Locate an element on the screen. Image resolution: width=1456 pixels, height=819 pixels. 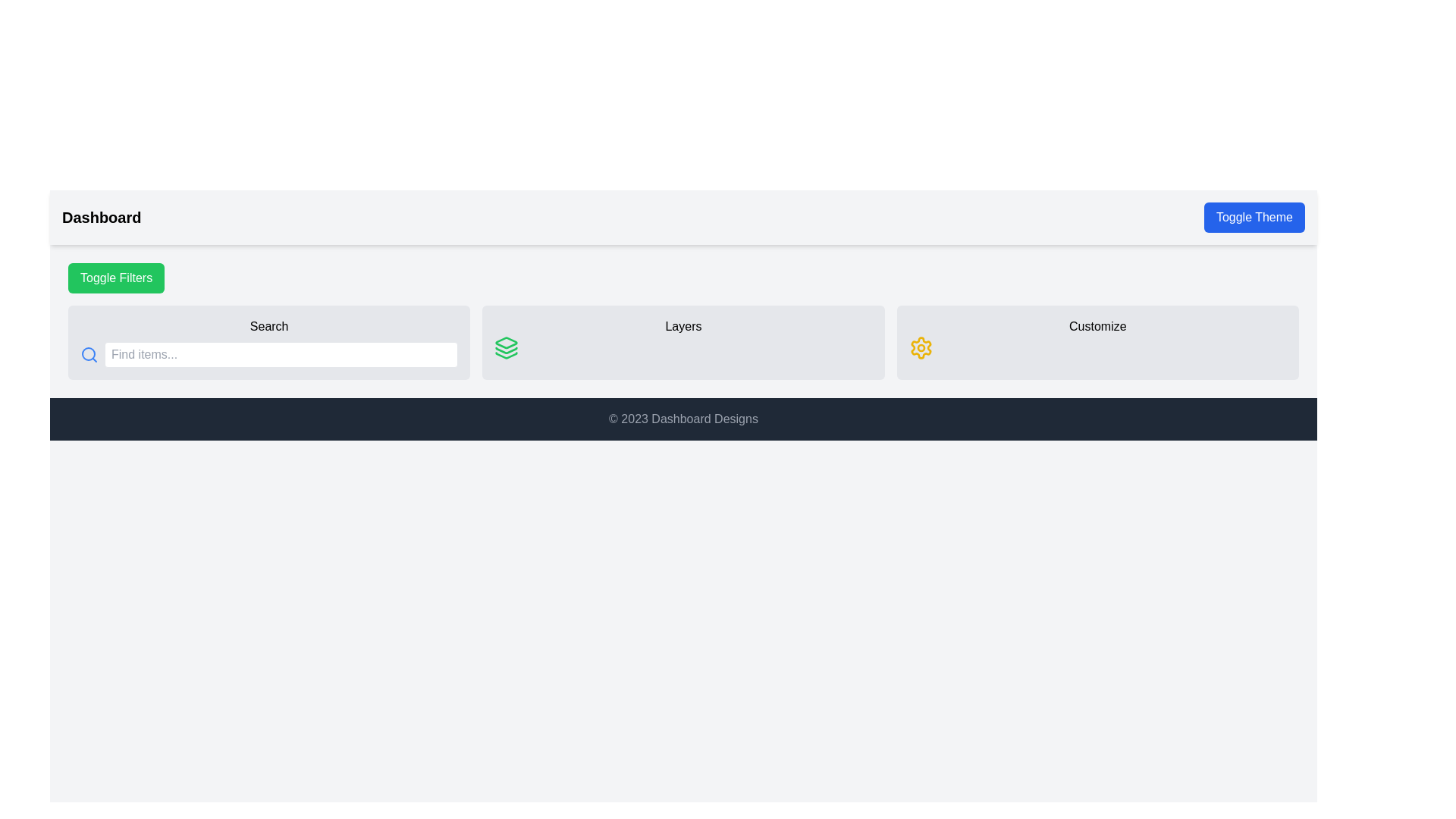
the toggle button located below the 'Dashboard' heading to change the visibility of filters in the interface is located at coordinates (115, 278).